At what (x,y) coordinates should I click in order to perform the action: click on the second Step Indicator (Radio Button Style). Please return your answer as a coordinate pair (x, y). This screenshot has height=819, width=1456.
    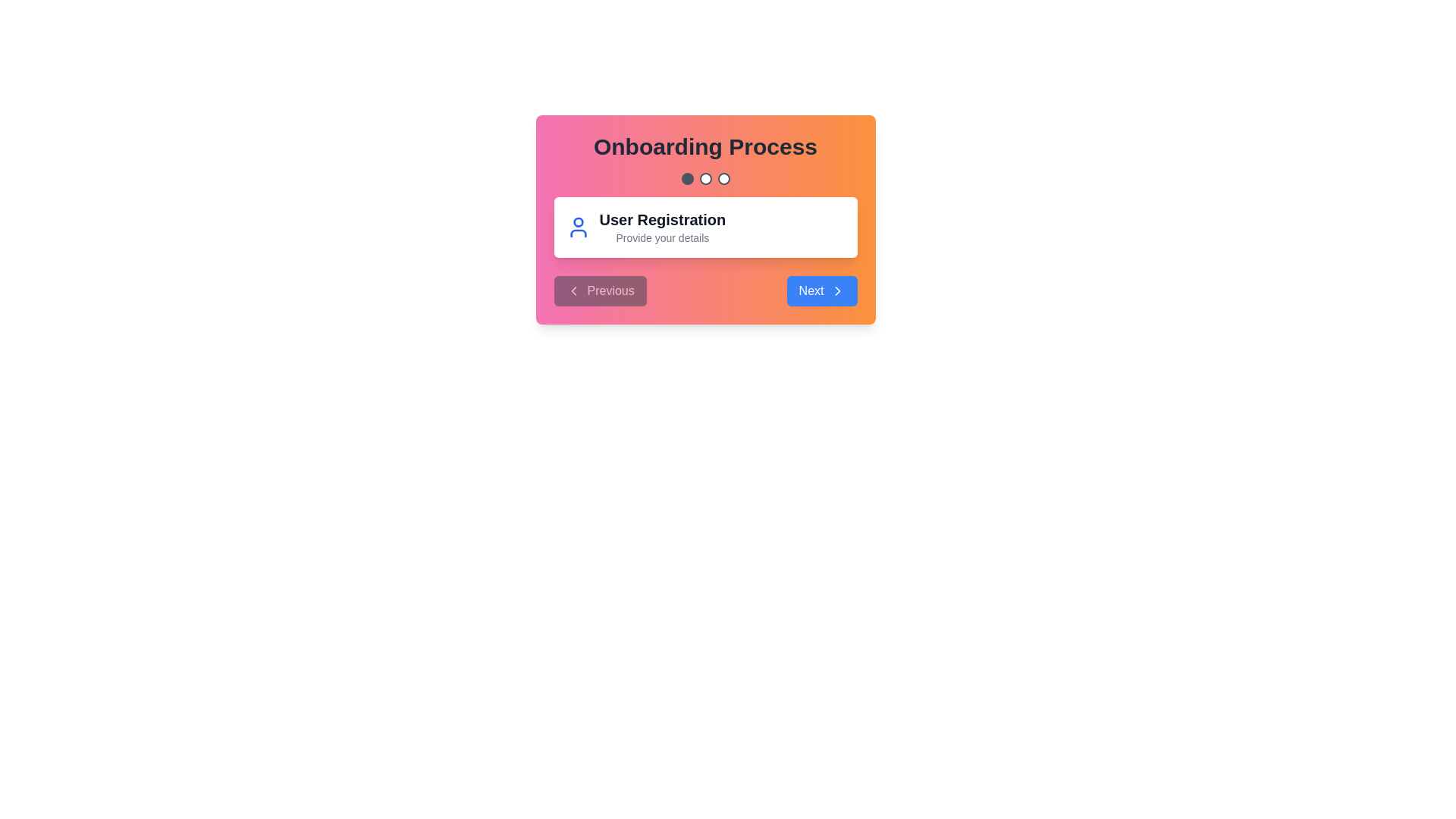
    Looking at the image, I should click on (704, 177).